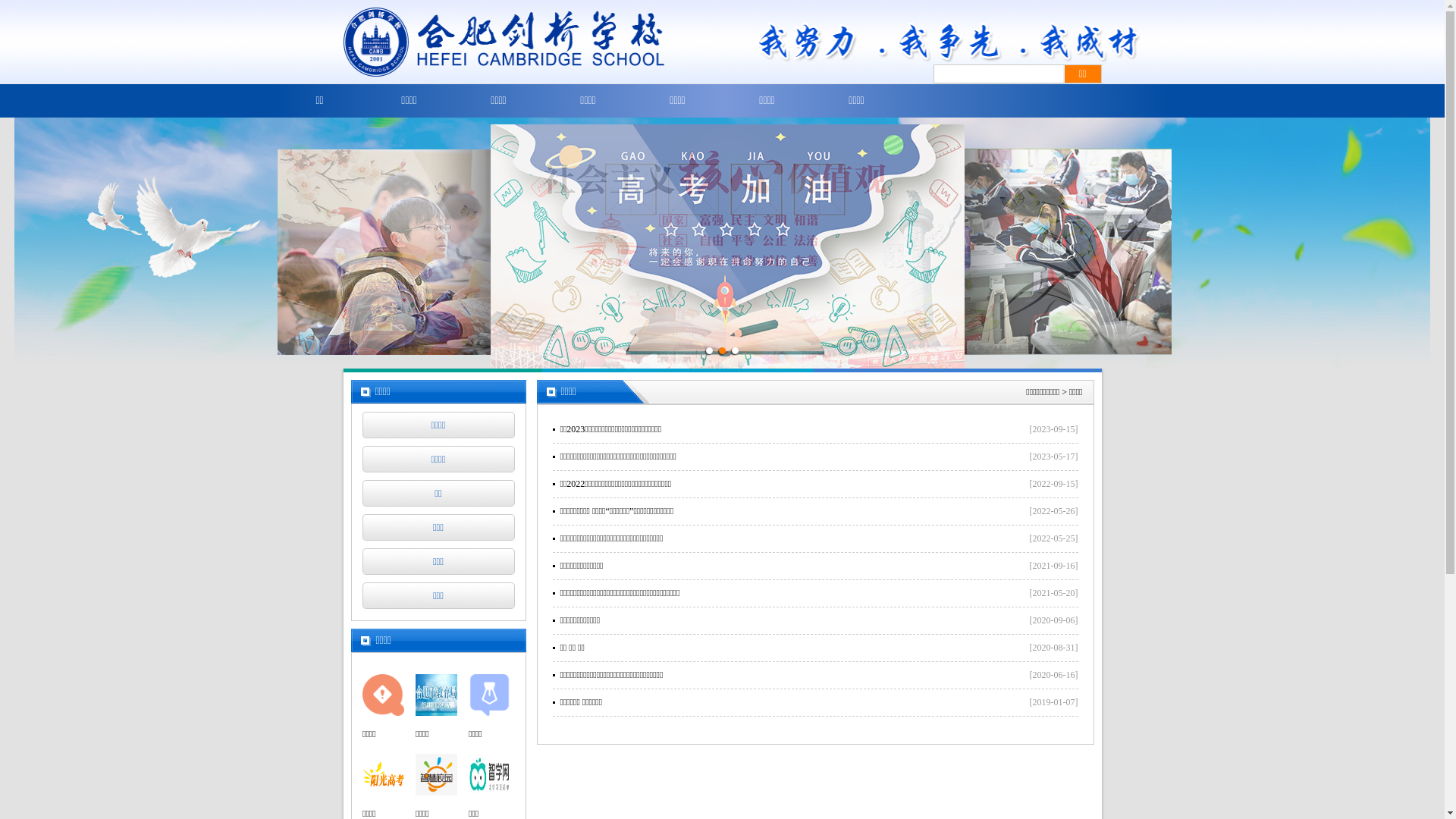  I want to click on '1', so click(708, 350).